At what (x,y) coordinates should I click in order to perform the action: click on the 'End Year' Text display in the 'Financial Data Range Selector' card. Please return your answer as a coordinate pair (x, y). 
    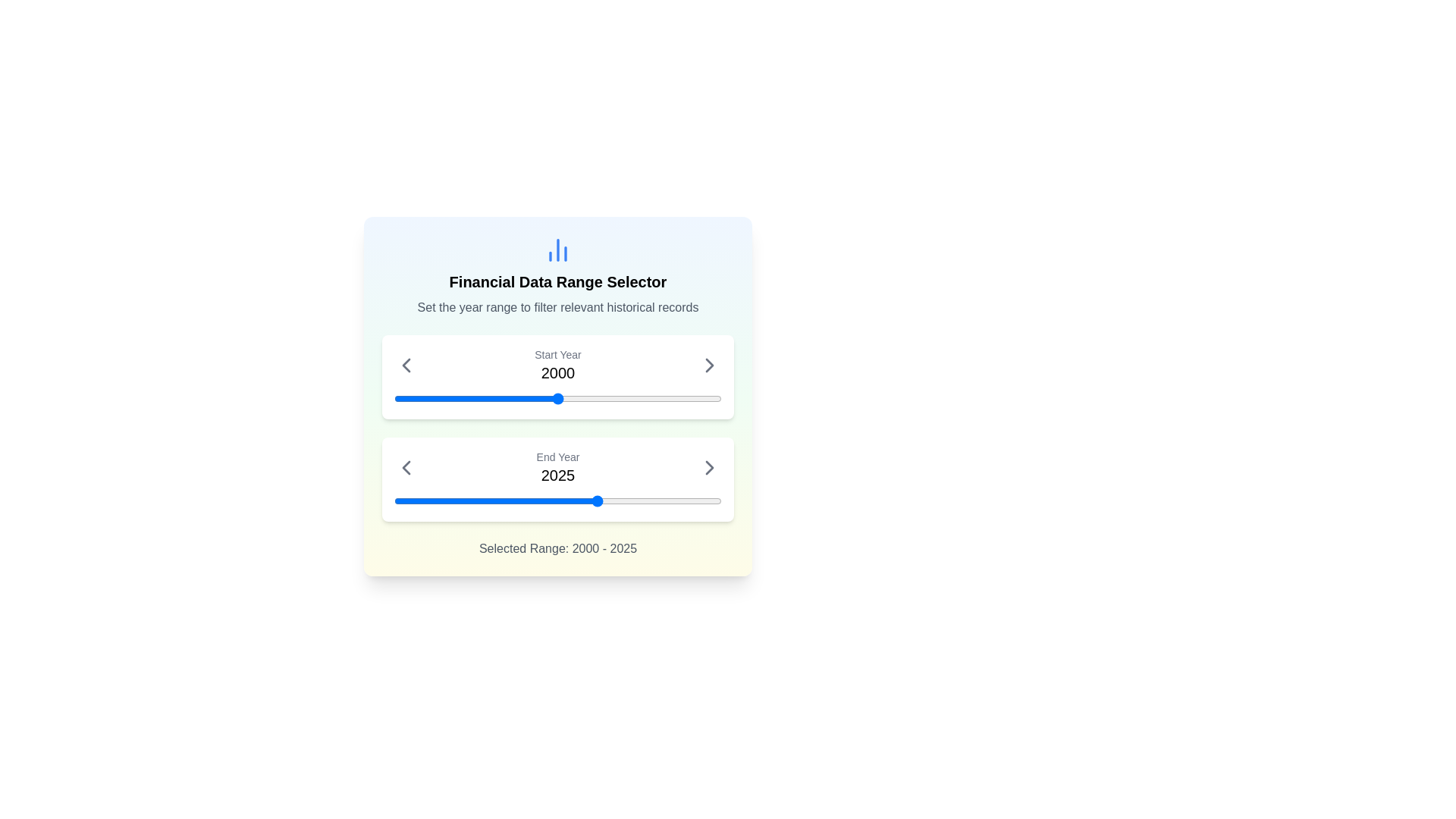
    Looking at the image, I should click on (557, 467).